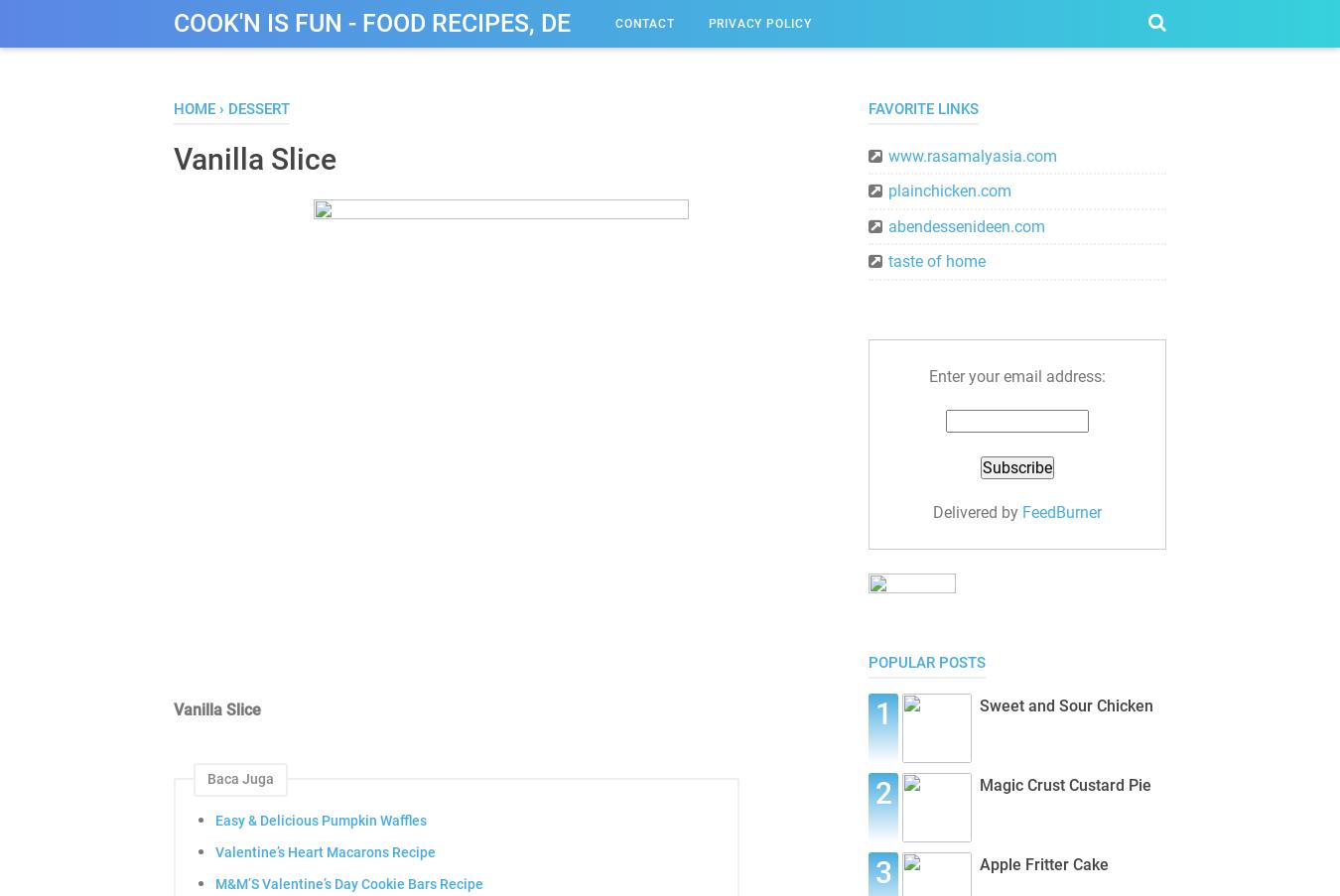 The height and width of the screenshot is (896, 1340). What do you see at coordinates (1044, 863) in the screenshot?
I see `'Apple Fritter Cake'` at bounding box center [1044, 863].